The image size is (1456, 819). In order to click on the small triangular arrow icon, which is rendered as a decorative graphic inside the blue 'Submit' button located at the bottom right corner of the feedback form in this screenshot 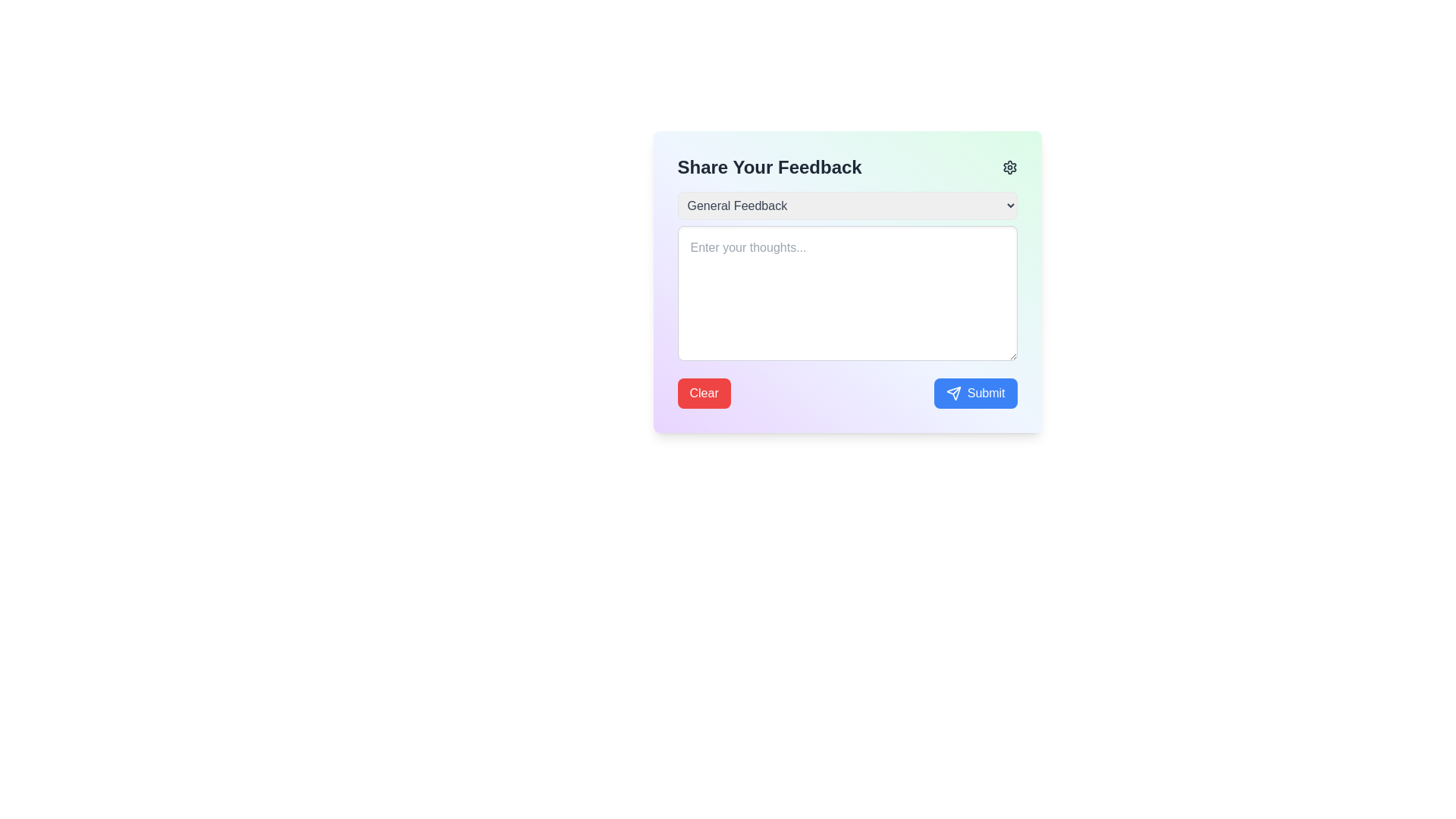, I will do `click(952, 393)`.